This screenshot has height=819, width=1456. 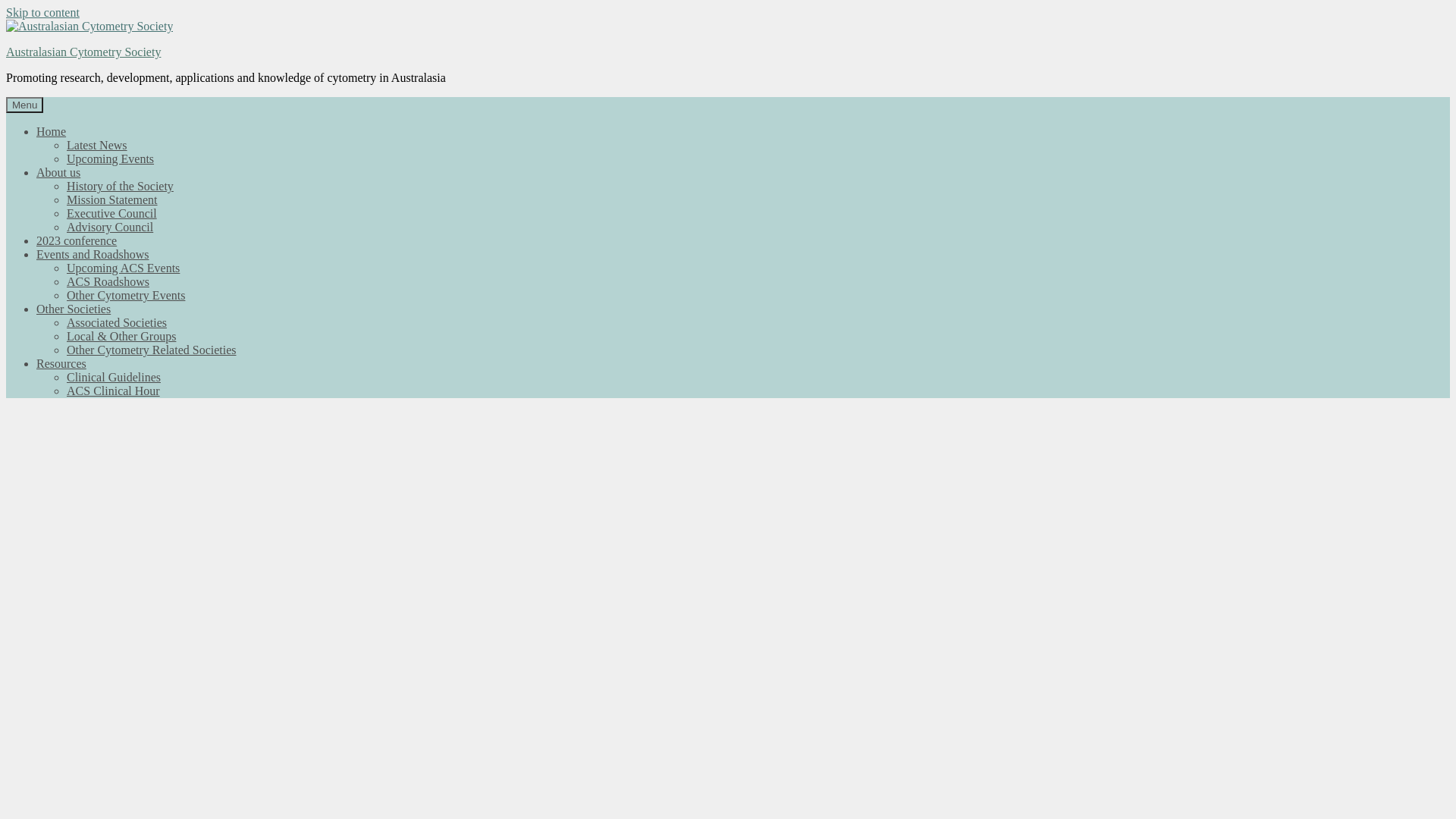 I want to click on 'Other Societies', so click(x=72, y=308).